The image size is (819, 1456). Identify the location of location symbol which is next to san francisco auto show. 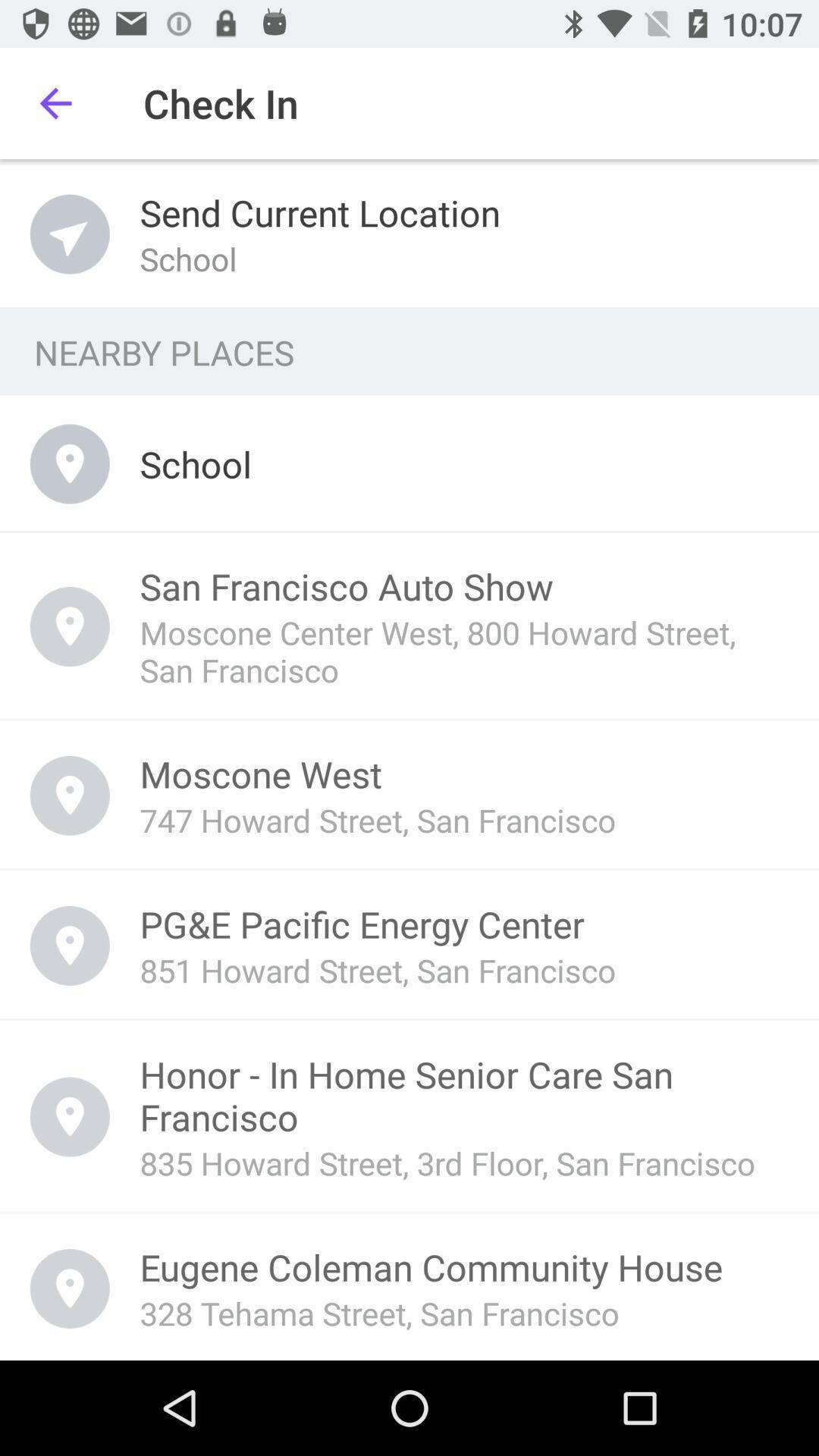
(70, 626).